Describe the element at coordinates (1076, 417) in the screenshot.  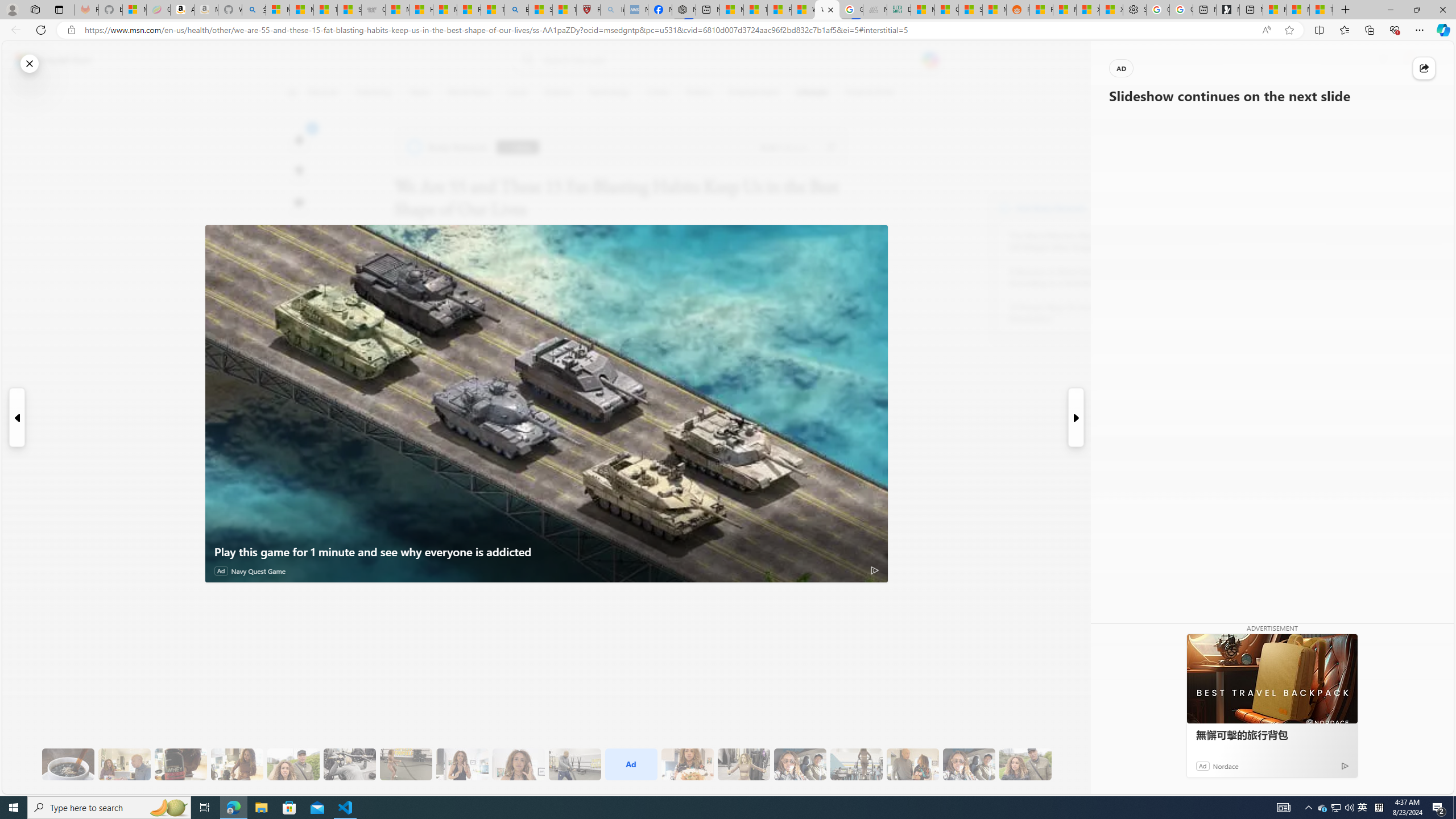
I see `'Next Slide'` at that location.